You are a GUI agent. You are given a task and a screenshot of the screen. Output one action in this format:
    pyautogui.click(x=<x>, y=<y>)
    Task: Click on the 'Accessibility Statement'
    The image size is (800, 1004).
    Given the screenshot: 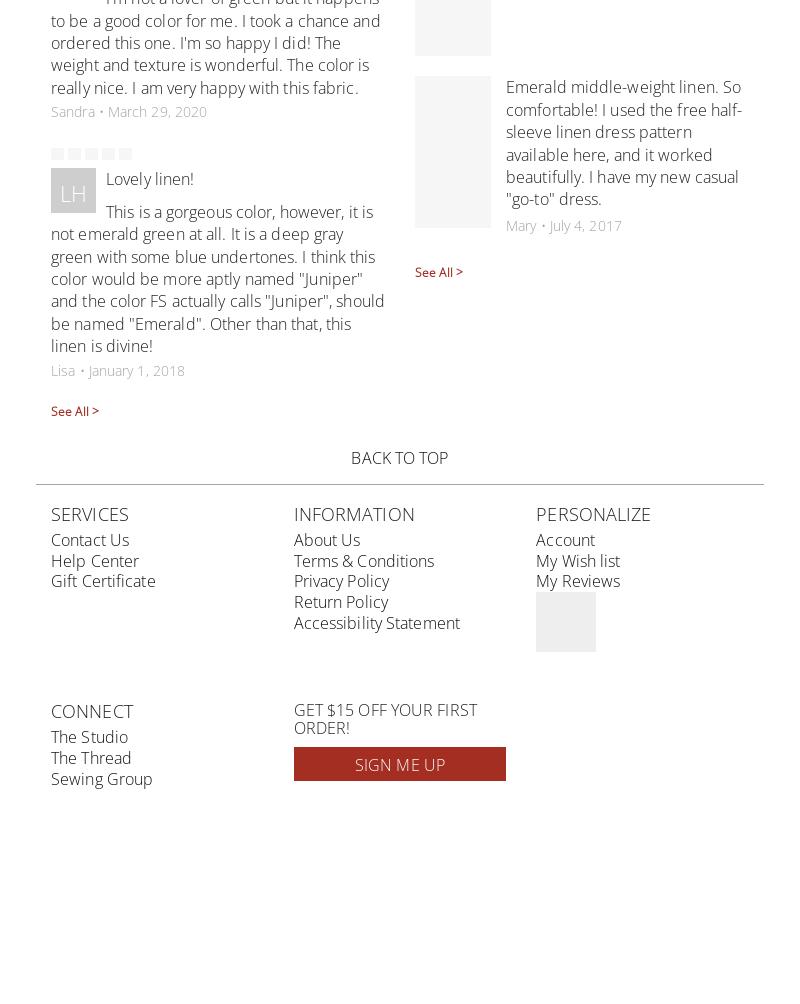 What is the action you would take?
    pyautogui.click(x=293, y=622)
    